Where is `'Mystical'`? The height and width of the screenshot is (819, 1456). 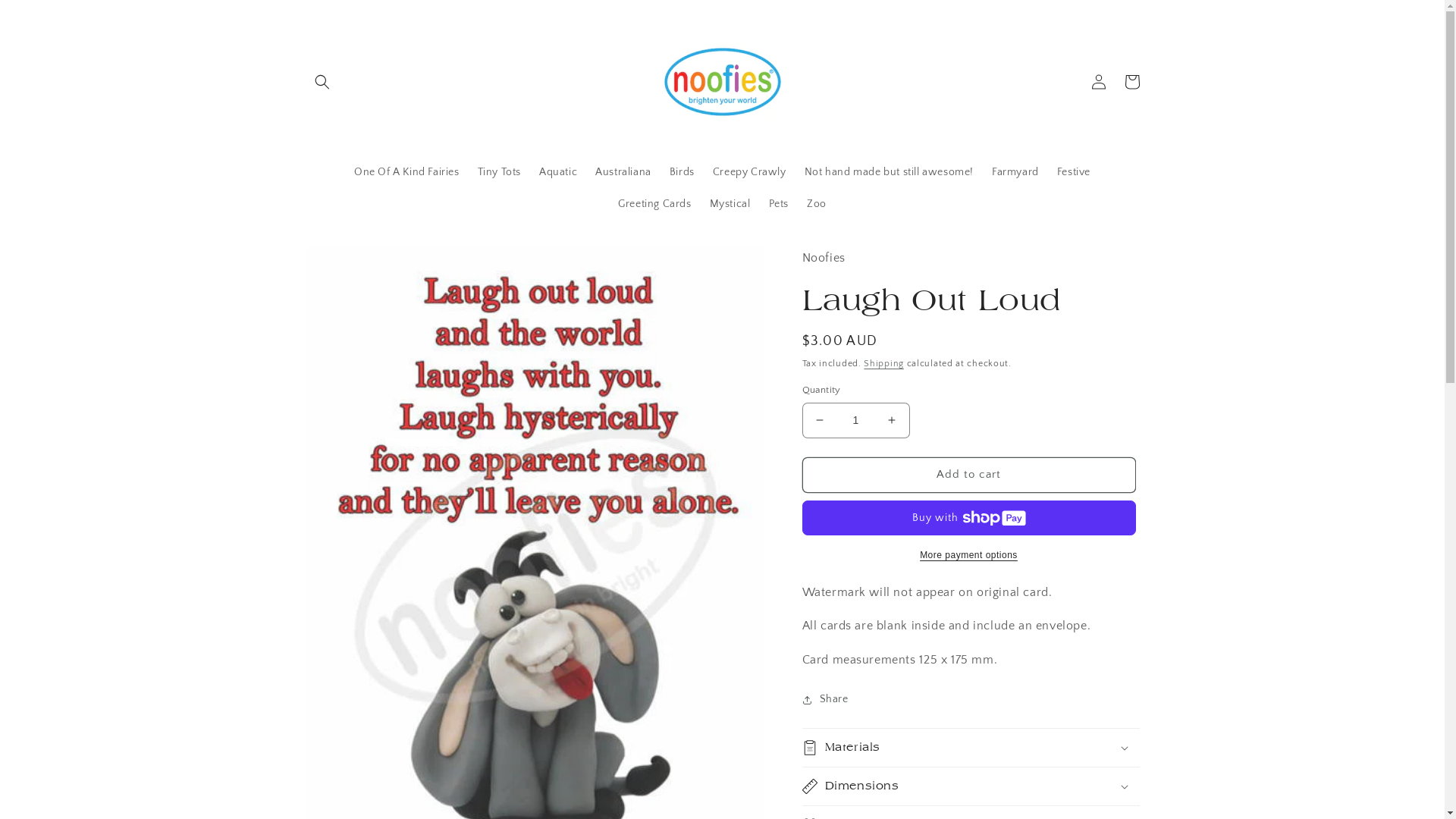 'Mystical' is located at coordinates (700, 203).